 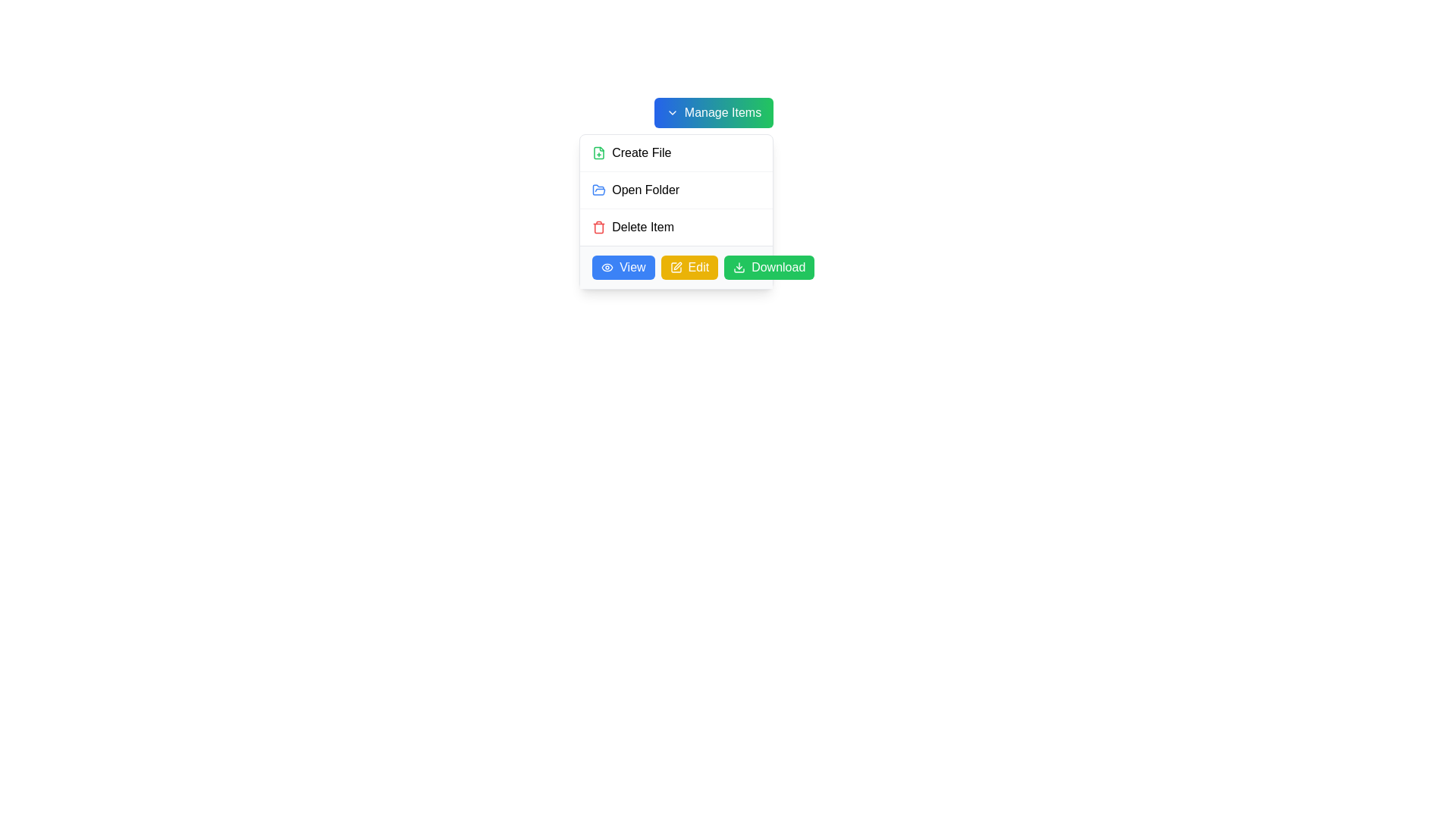 What do you see at coordinates (598, 189) in the screenshot?
I see `the blue-colored folder icon that is part of the 'Open Folder' menu item, located directly to the left of the 'Open Folder' text` at bounding box center [598, 189].